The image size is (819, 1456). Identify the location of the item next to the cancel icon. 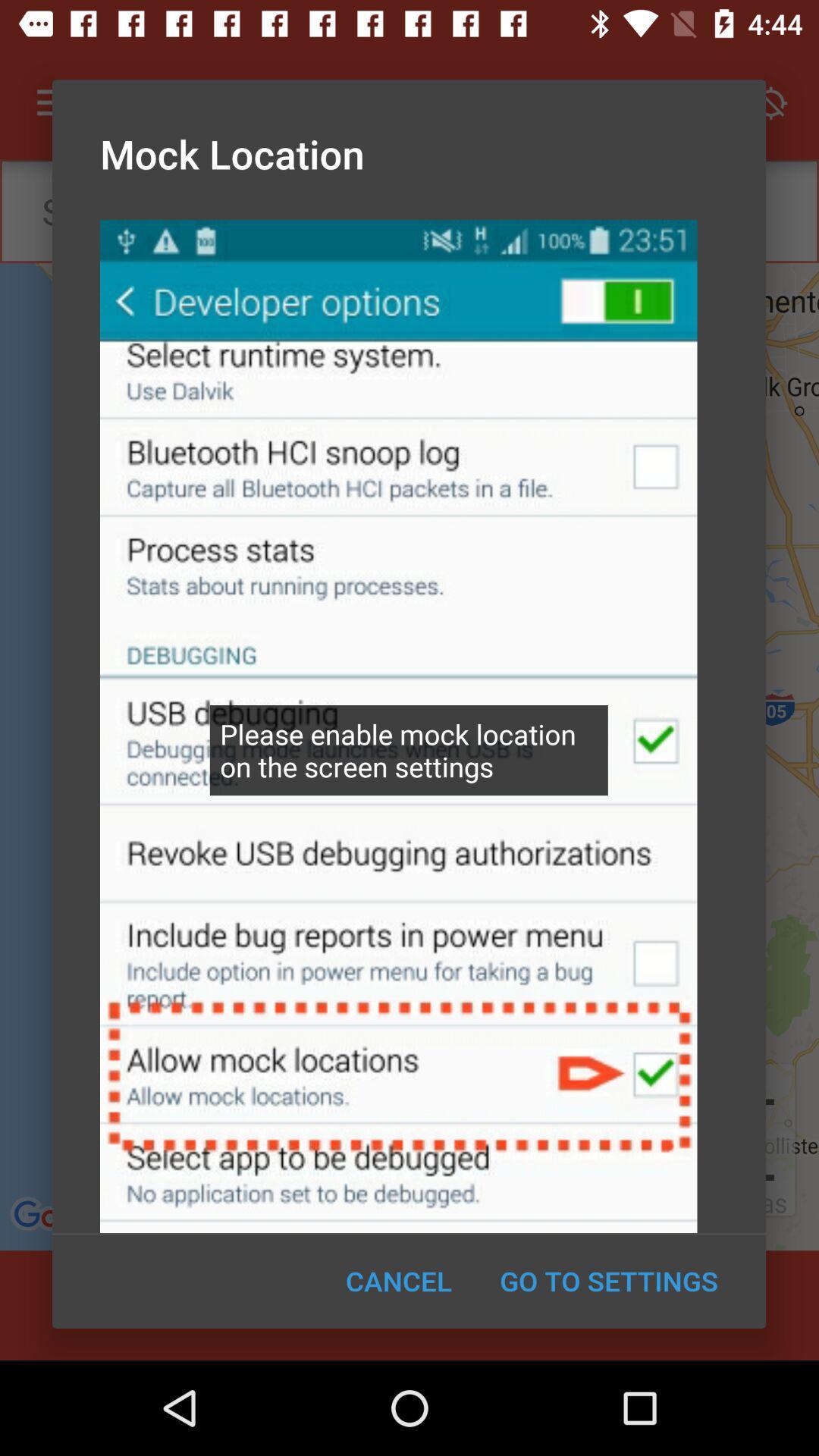
(608, 1280).